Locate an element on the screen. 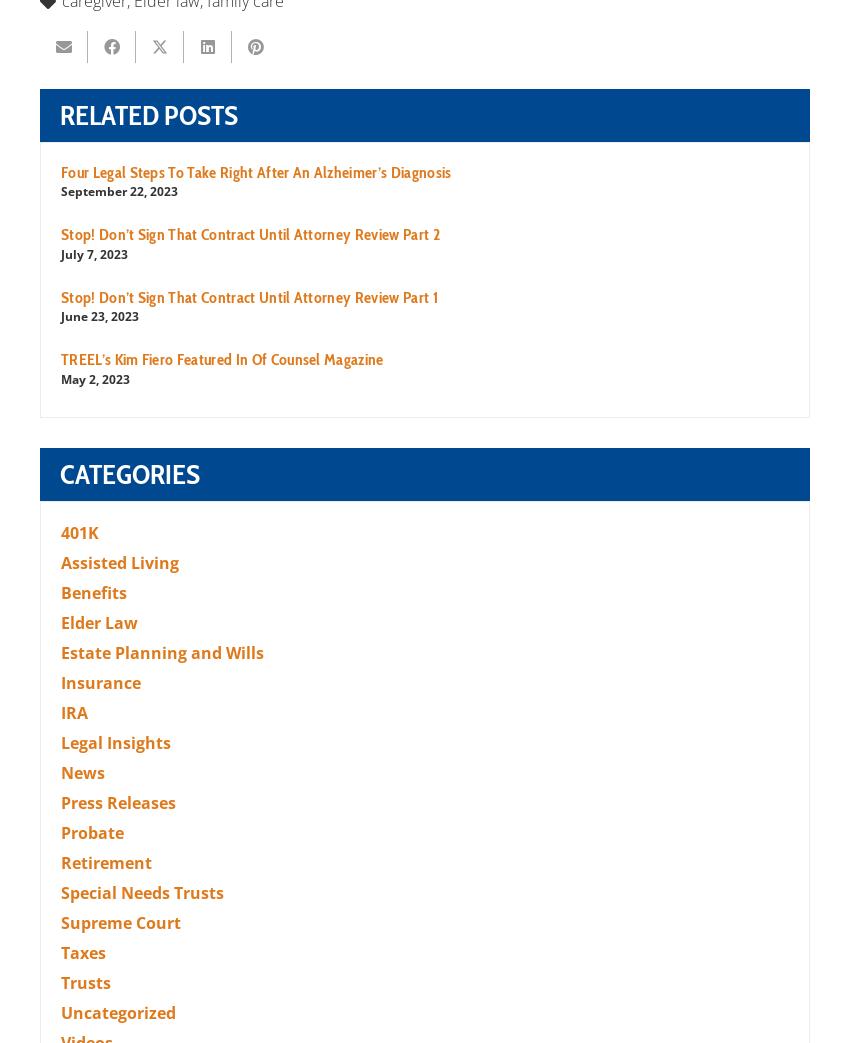 This screenshot has height=1043, width=850. 'Uncategorized' is located at coordinates (61, 1012).